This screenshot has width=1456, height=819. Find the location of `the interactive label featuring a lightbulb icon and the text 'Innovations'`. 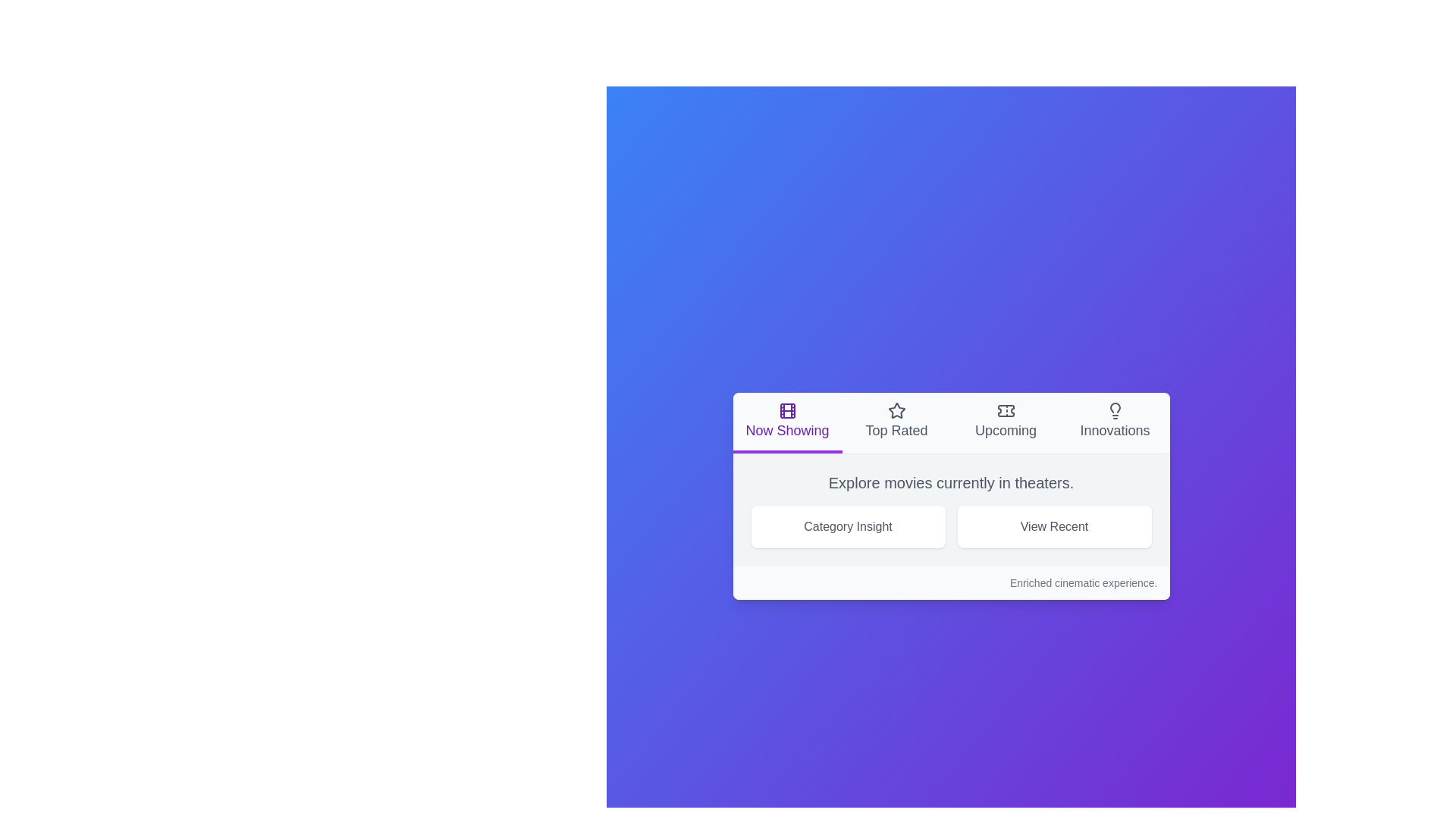

the interactive label featuring a lightbulb icon and the text 'Innovations' is located at coordinates (1115, 421).